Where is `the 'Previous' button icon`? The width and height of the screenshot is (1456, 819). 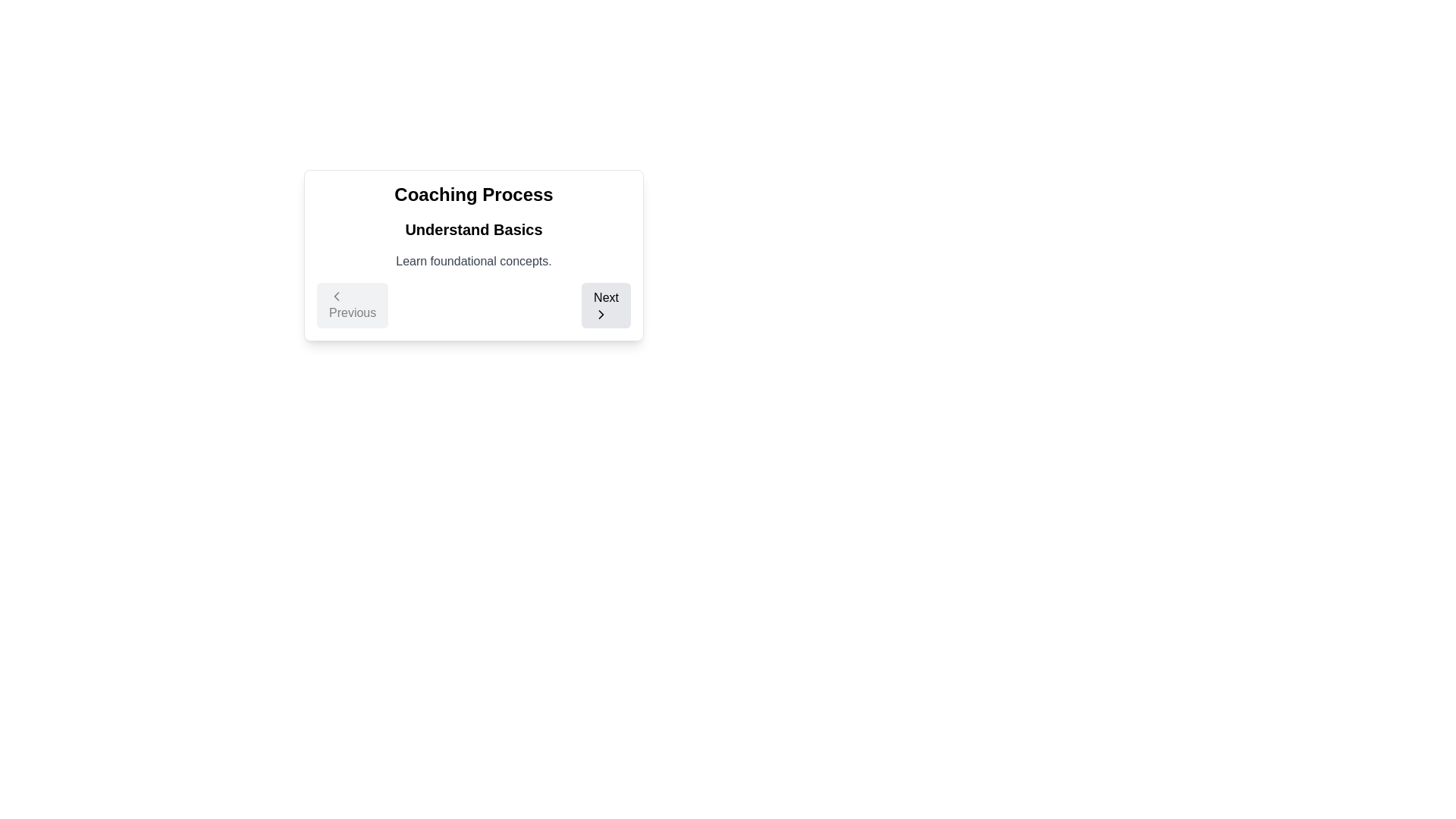 the 'Previous' button icon is located at coordinates (336, 296).